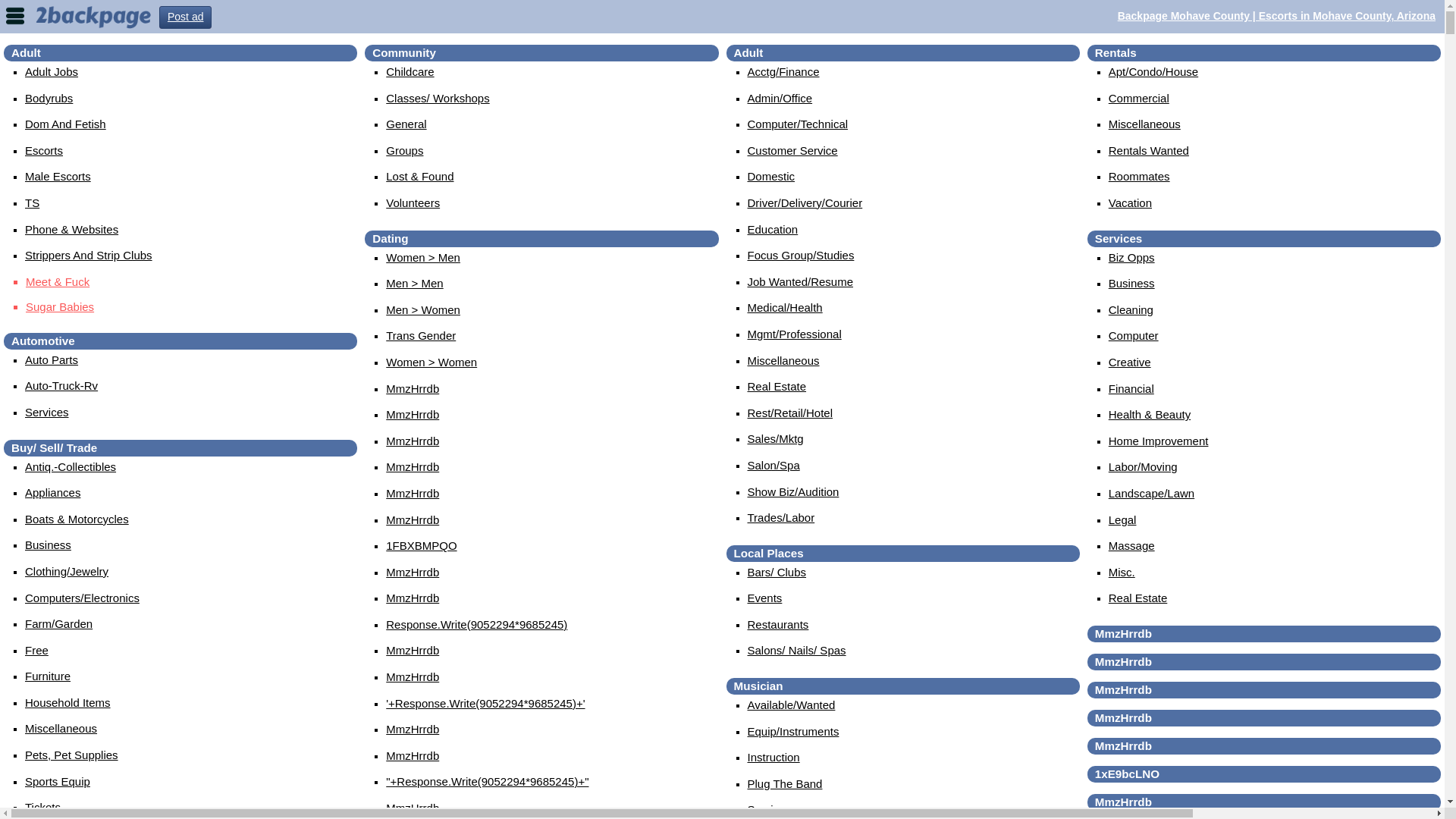 The width and height of the screenshot is (1456, 819). I want to click on 'Farm/Garden', so click(58, 623).